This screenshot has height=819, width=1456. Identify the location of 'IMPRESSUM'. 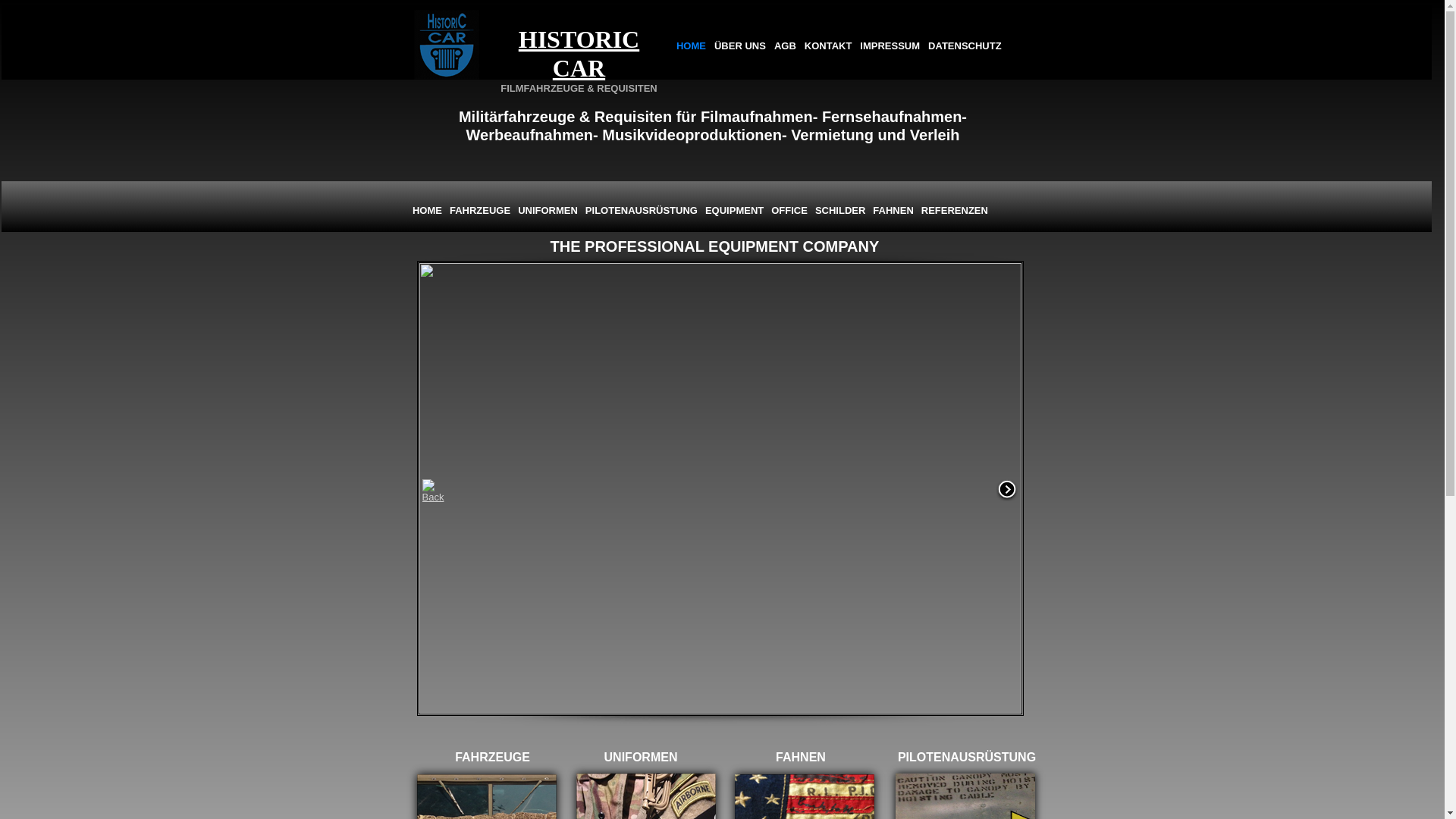
(890, 45).